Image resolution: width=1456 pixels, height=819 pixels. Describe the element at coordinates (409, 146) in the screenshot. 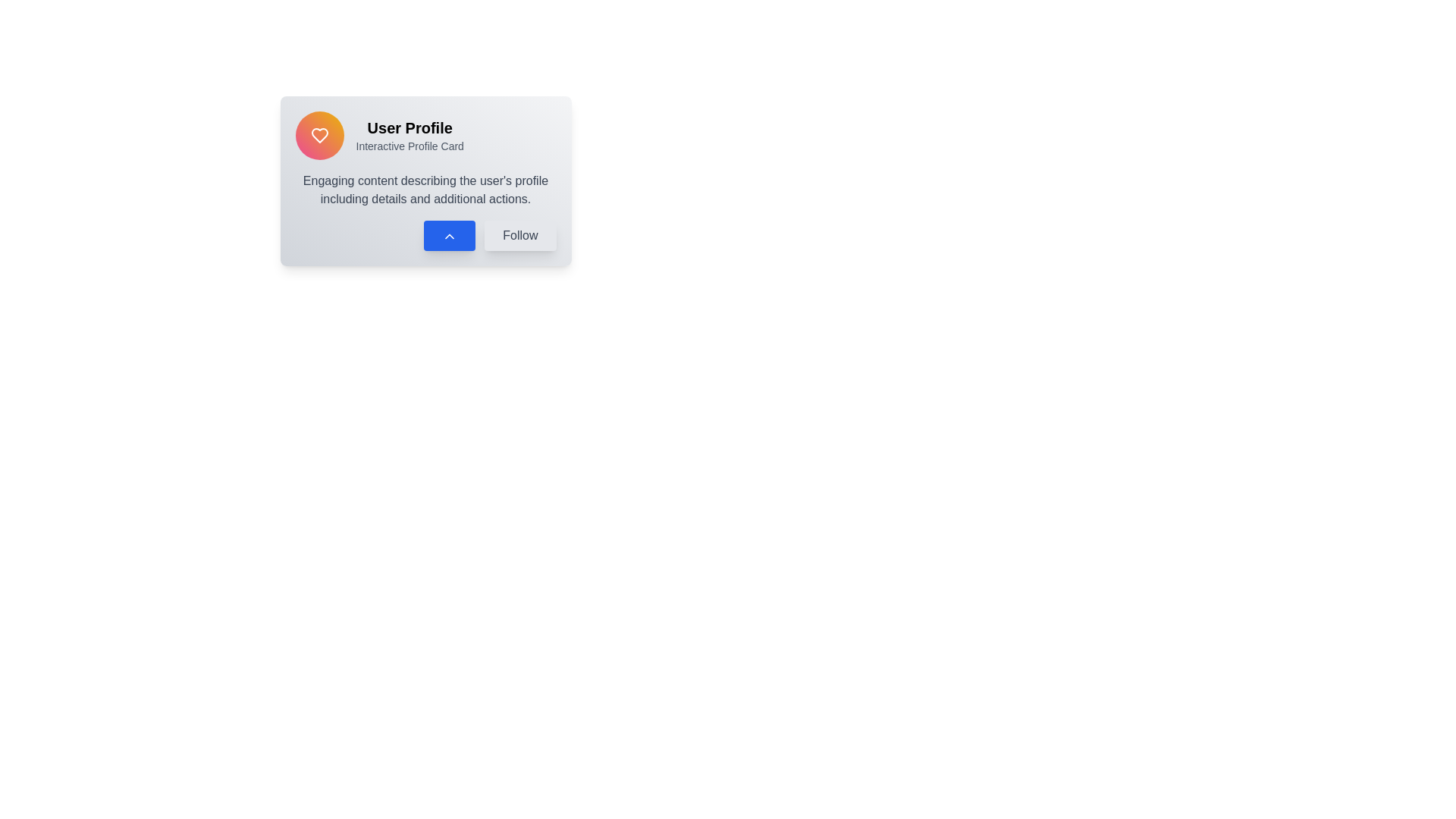

I see `the Static Text Label displaying 'Interactive Profile Card', which is positioned below the 'User Profile' title in a card-like UI component` at that location.